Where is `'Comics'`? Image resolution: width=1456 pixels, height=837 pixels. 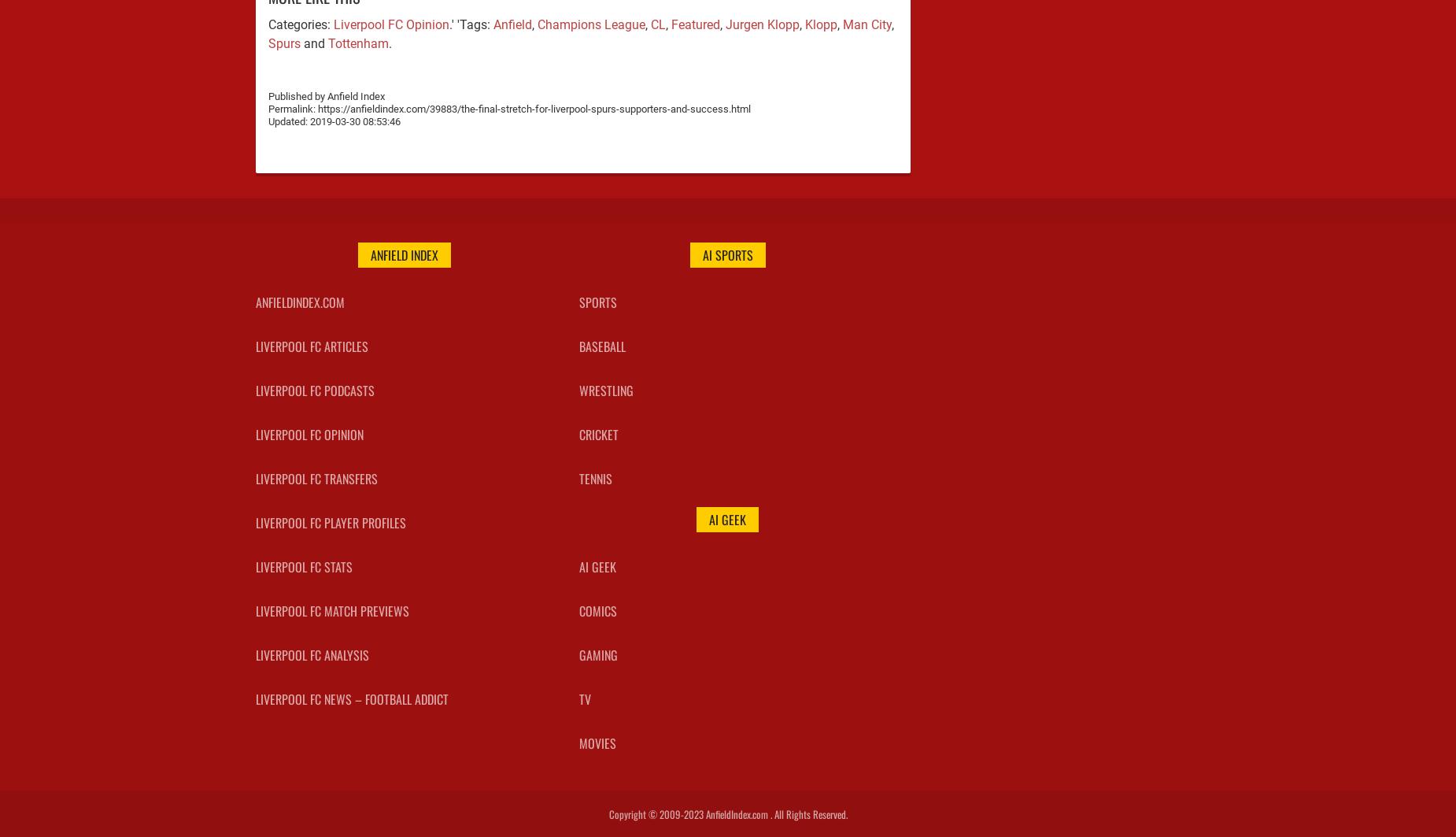 'Comics' is located at coordinates (597, 609).